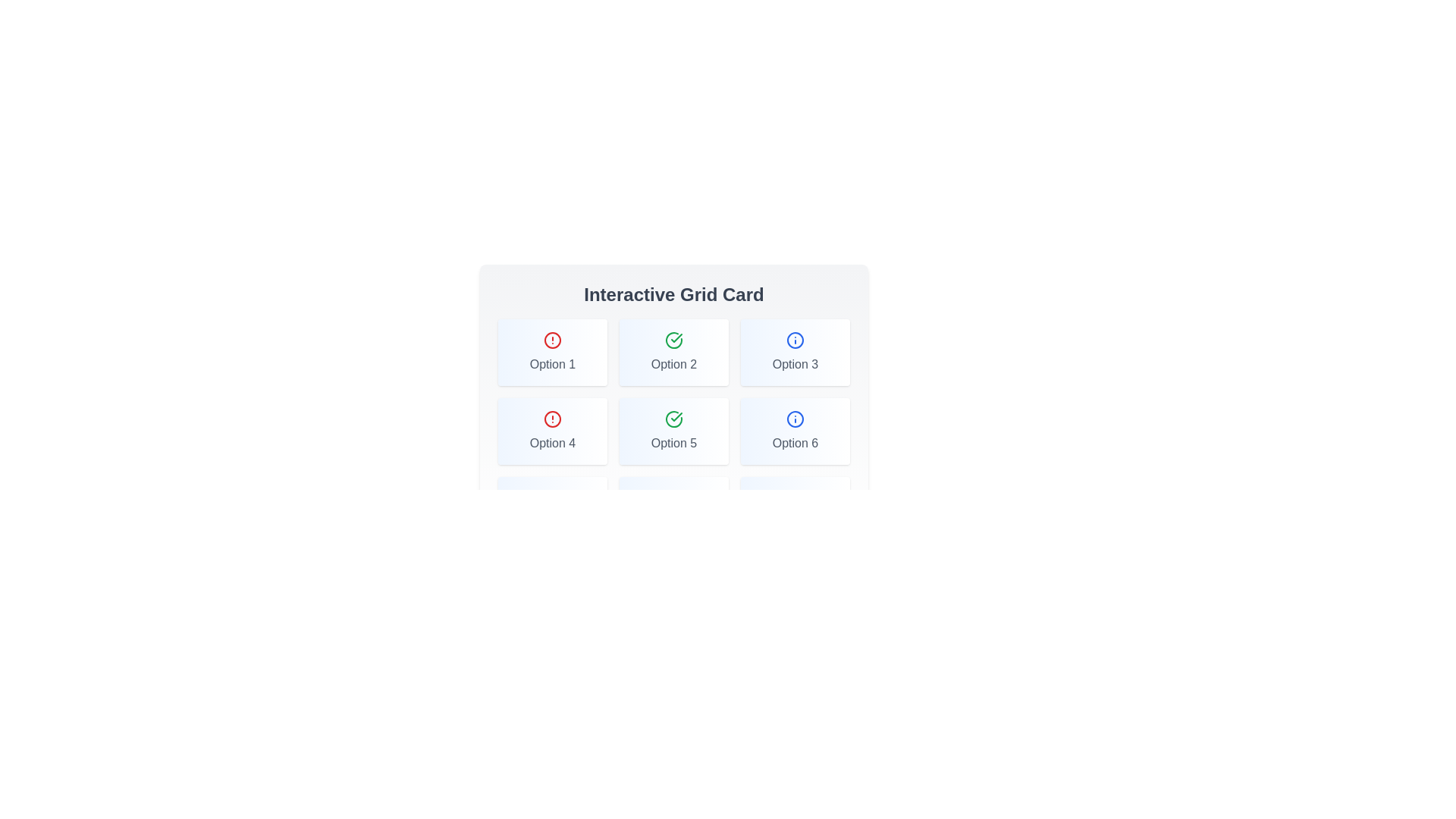  Describe the element at coordinates (552, 431) in the screenshot. I see `the Grid Card element featuring a gradient background and a warning icon at the top, labeled 'Option 4'` at that location.